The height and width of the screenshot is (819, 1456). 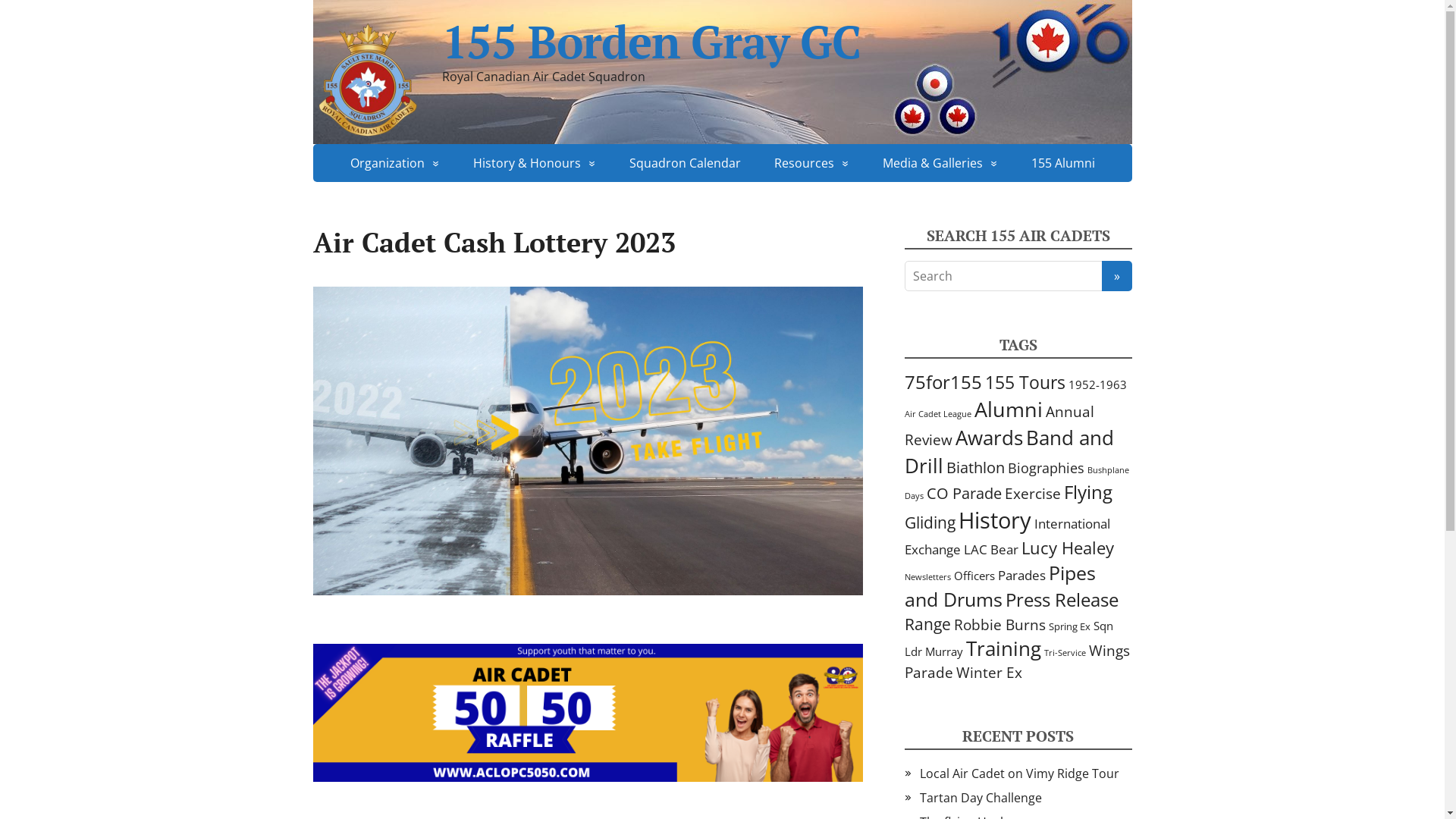 I want to click on 'International Exchange', so click(x=1006, y=535).